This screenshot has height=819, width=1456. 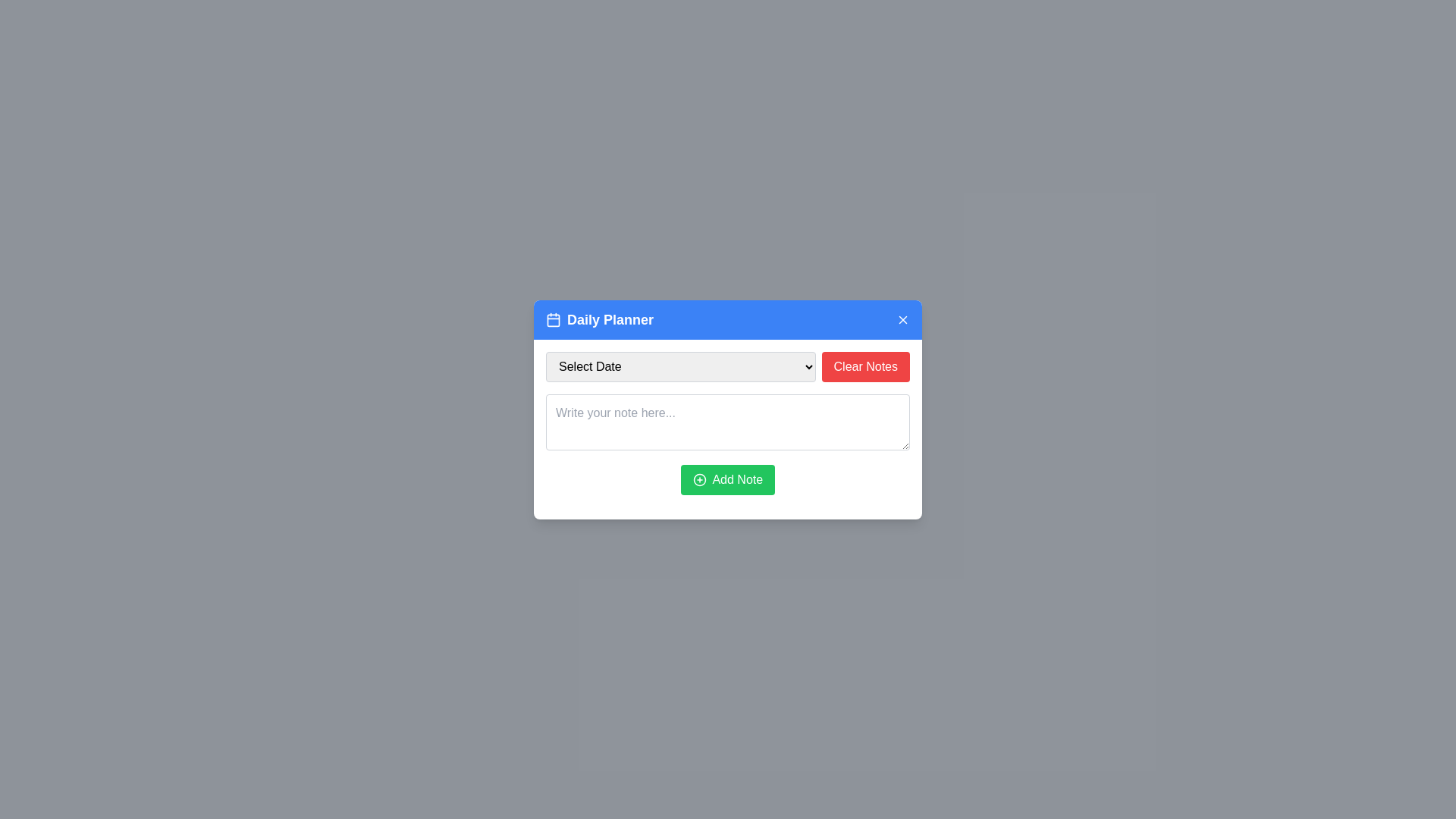 I want to click on the close button located in the top-right corner of the 'Daily Planner' header, so click(x=902, y=318).